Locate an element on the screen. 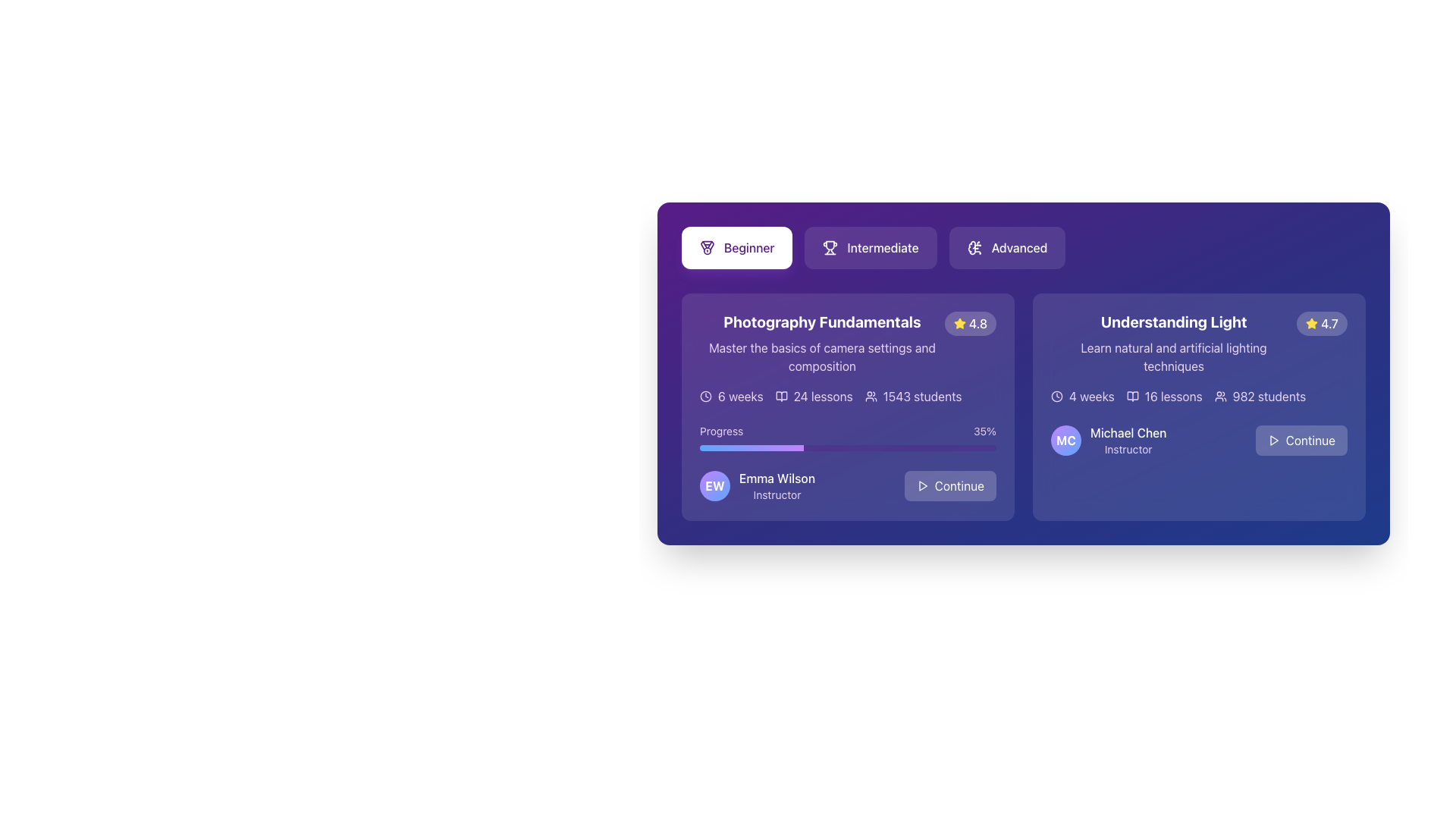  the trophy cup graphic element located in the upper section of the card-like component, serving a decorative or symbolic function is located at coordinates (830, 245).